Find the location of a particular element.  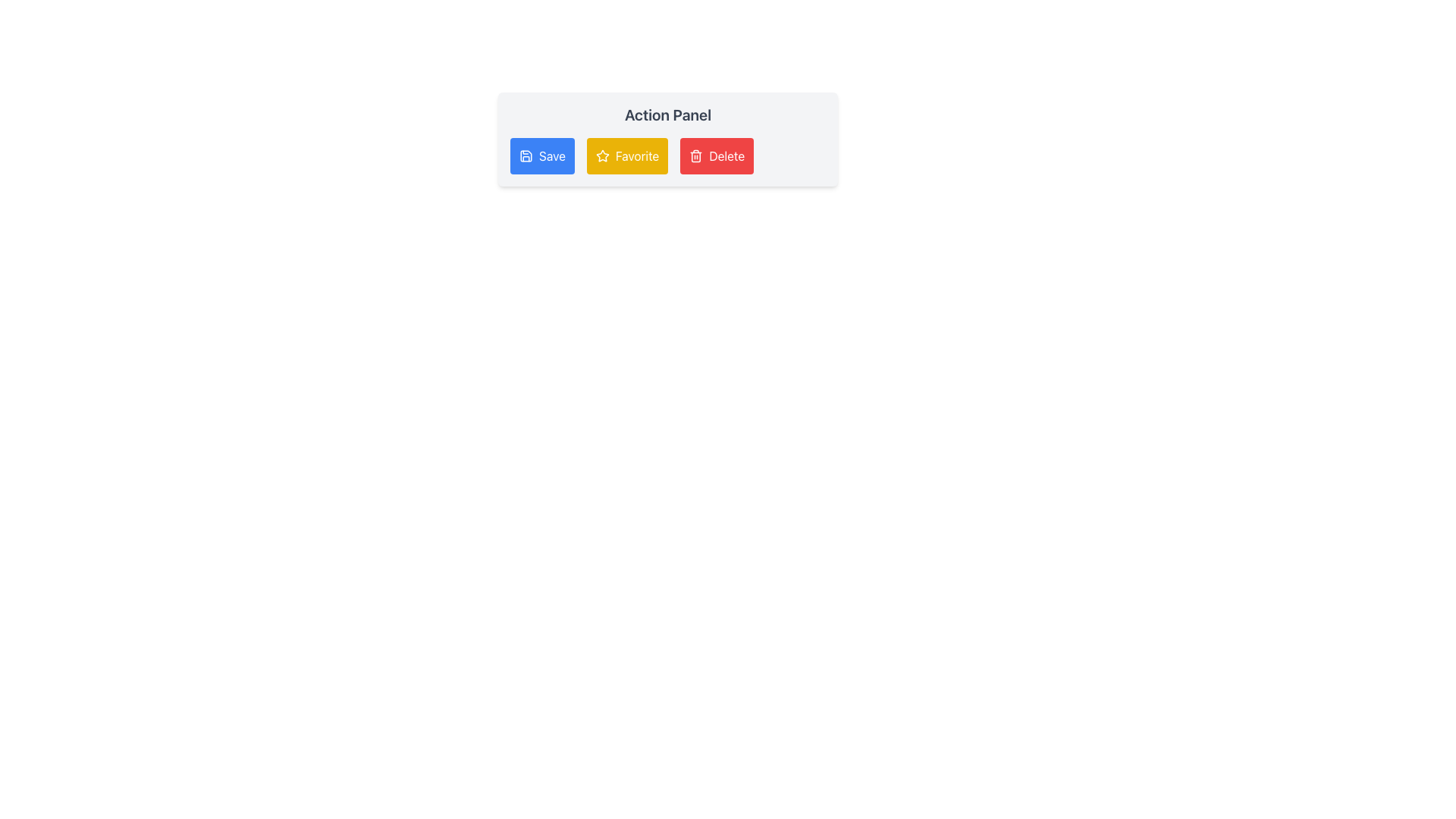

the title label that serves as a heading for the card layout, positioned at the top of the card and directly above the button elements labeled 'Save', 'Favorite', and 'Delete' is located at coordinates (667, 114).